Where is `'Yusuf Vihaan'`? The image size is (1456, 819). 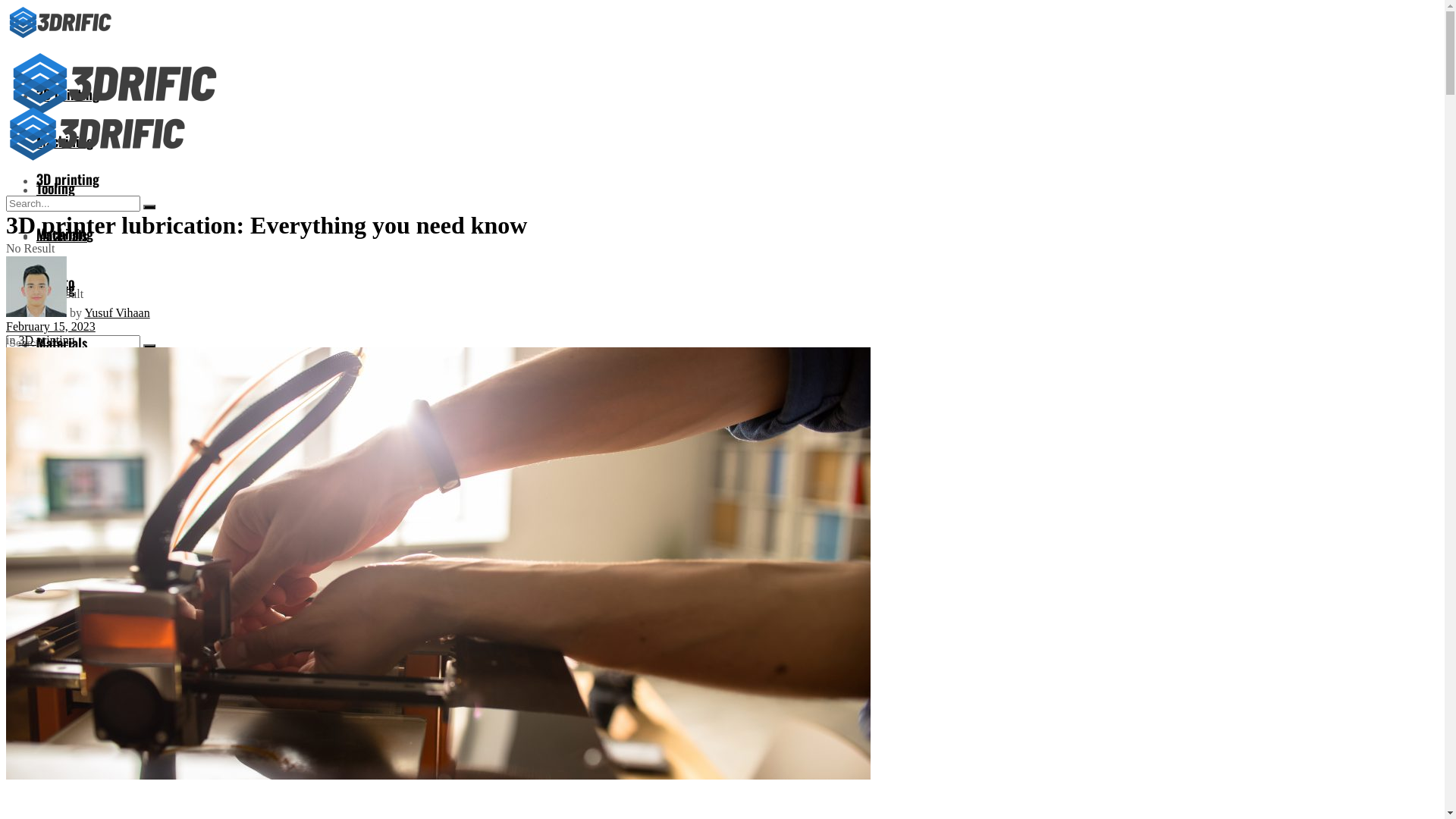
'Yusuf Vihaan' is located at coordinates (115, 312).